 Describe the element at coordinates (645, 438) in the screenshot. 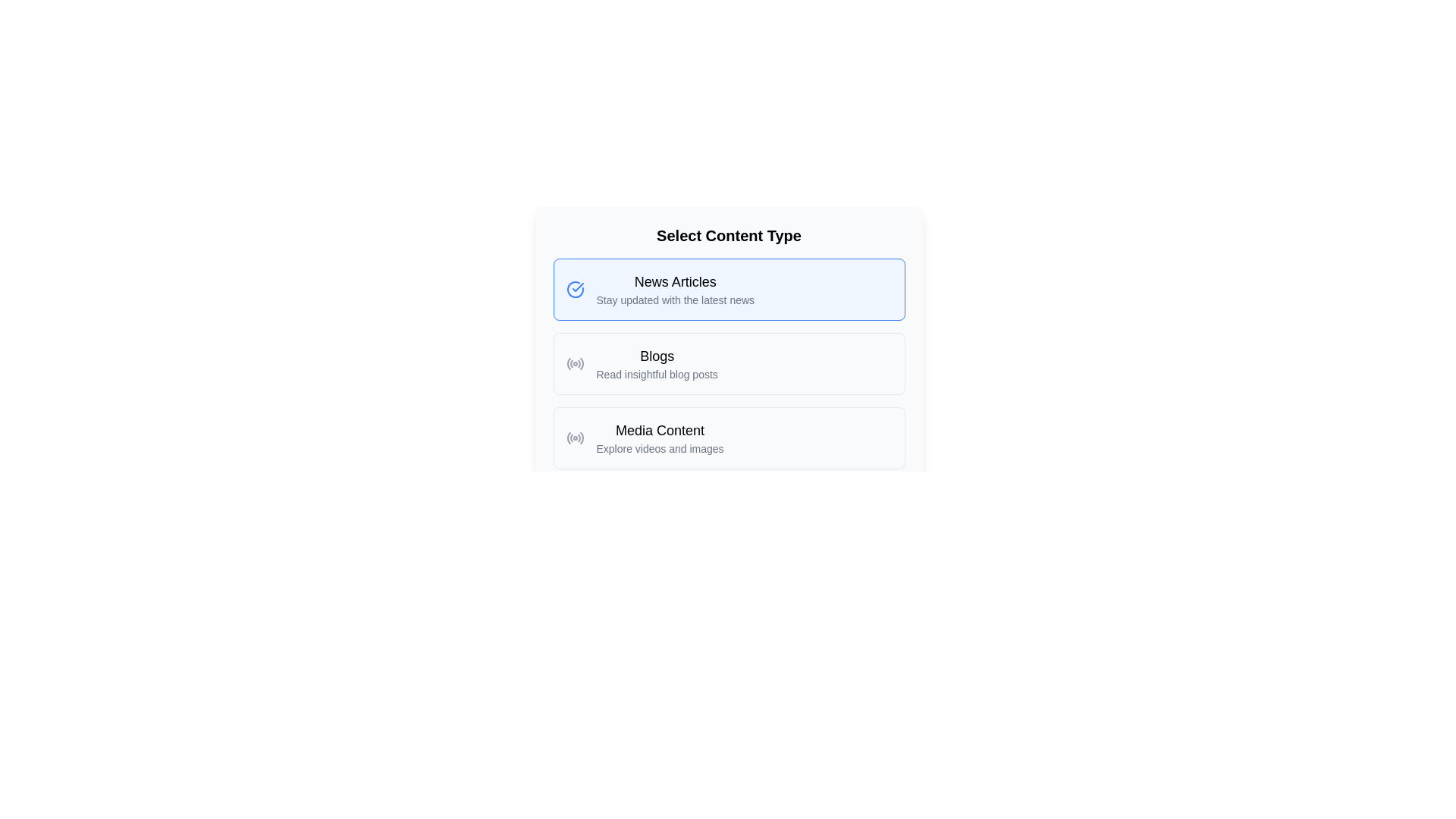

I see `the selectable list item titled 'Media Content' with a circular icon depicting radiating waves` at that location.